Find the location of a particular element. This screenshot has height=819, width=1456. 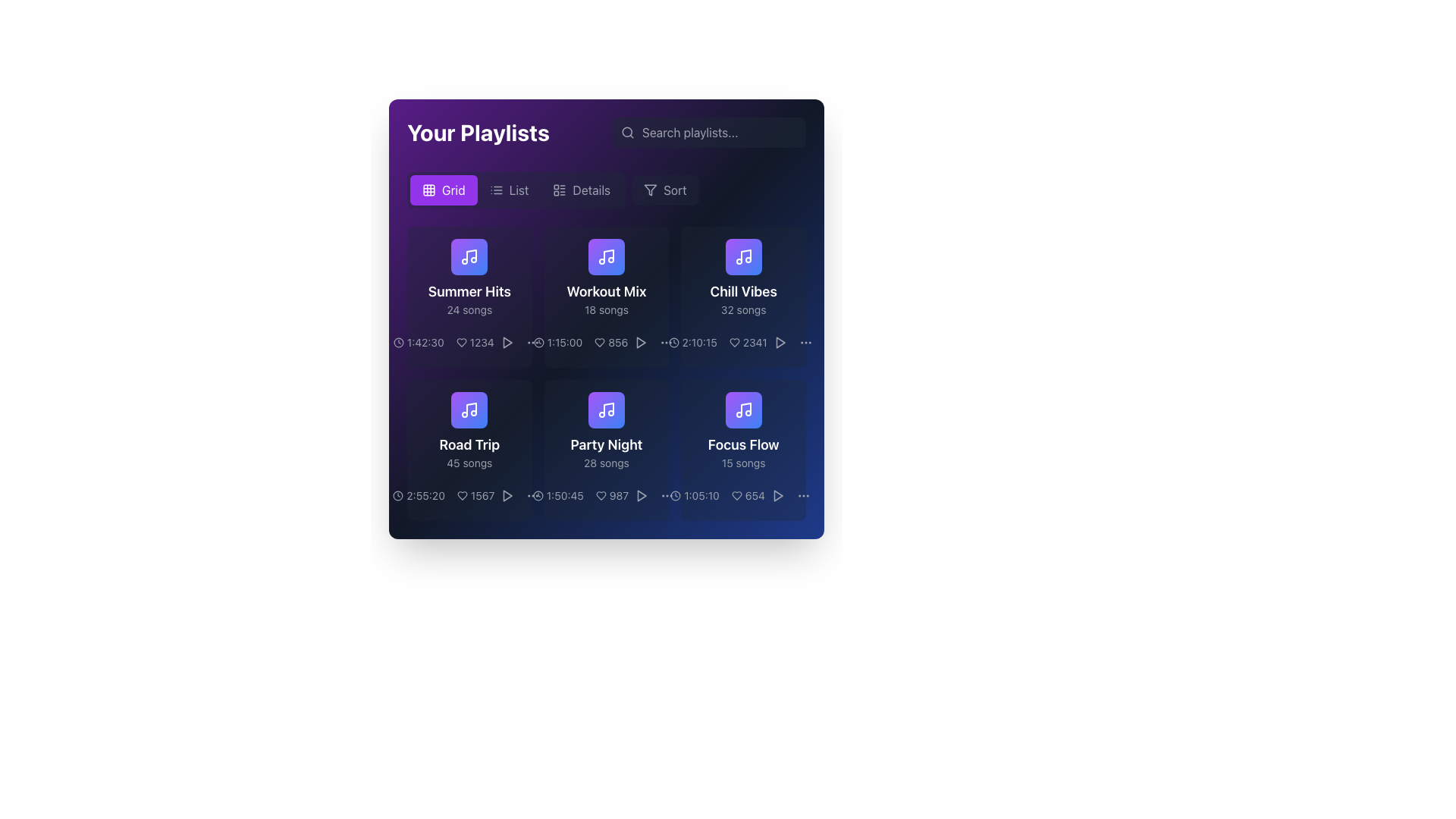

the Text Label that displays the number of songs in the 'Workout Mix' playlist, located below the title in the second row, middle column of the grid layout is located at coordinates (607, 309).